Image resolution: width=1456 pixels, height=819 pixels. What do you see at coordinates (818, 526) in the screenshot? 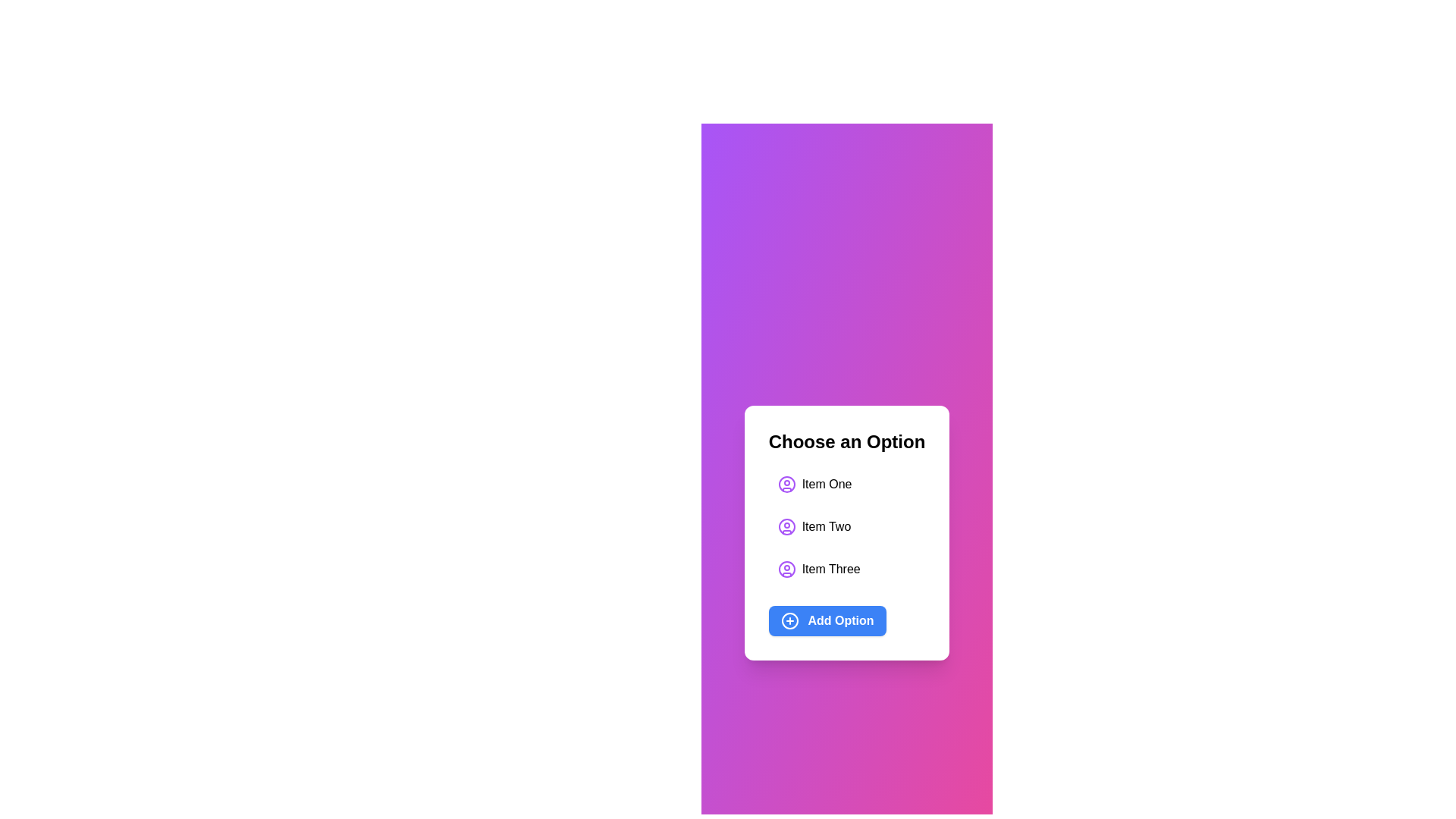
I see `the list item Item Two to select it` at bounding box center [818, 526].